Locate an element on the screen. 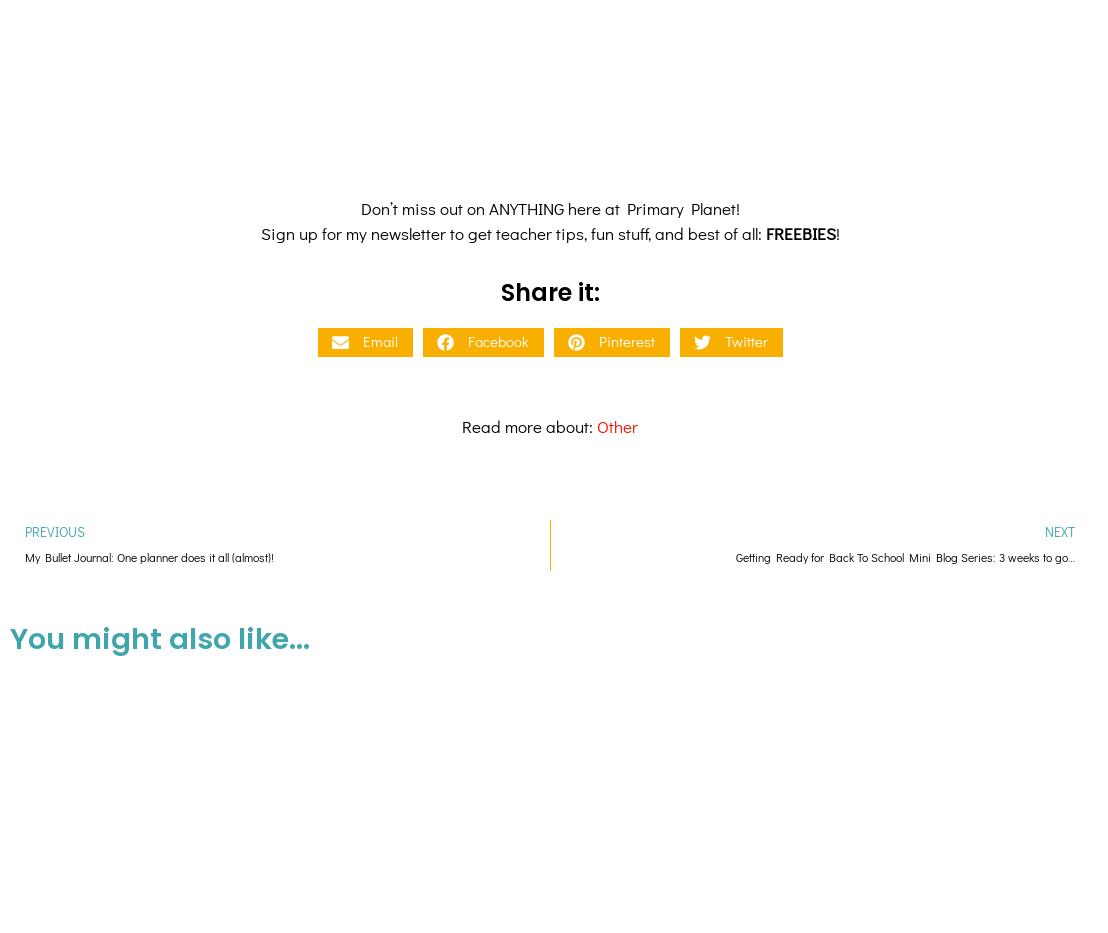 The height and width of the screenshot is (933, 1108). '!' is located at coordinates (836, 63).